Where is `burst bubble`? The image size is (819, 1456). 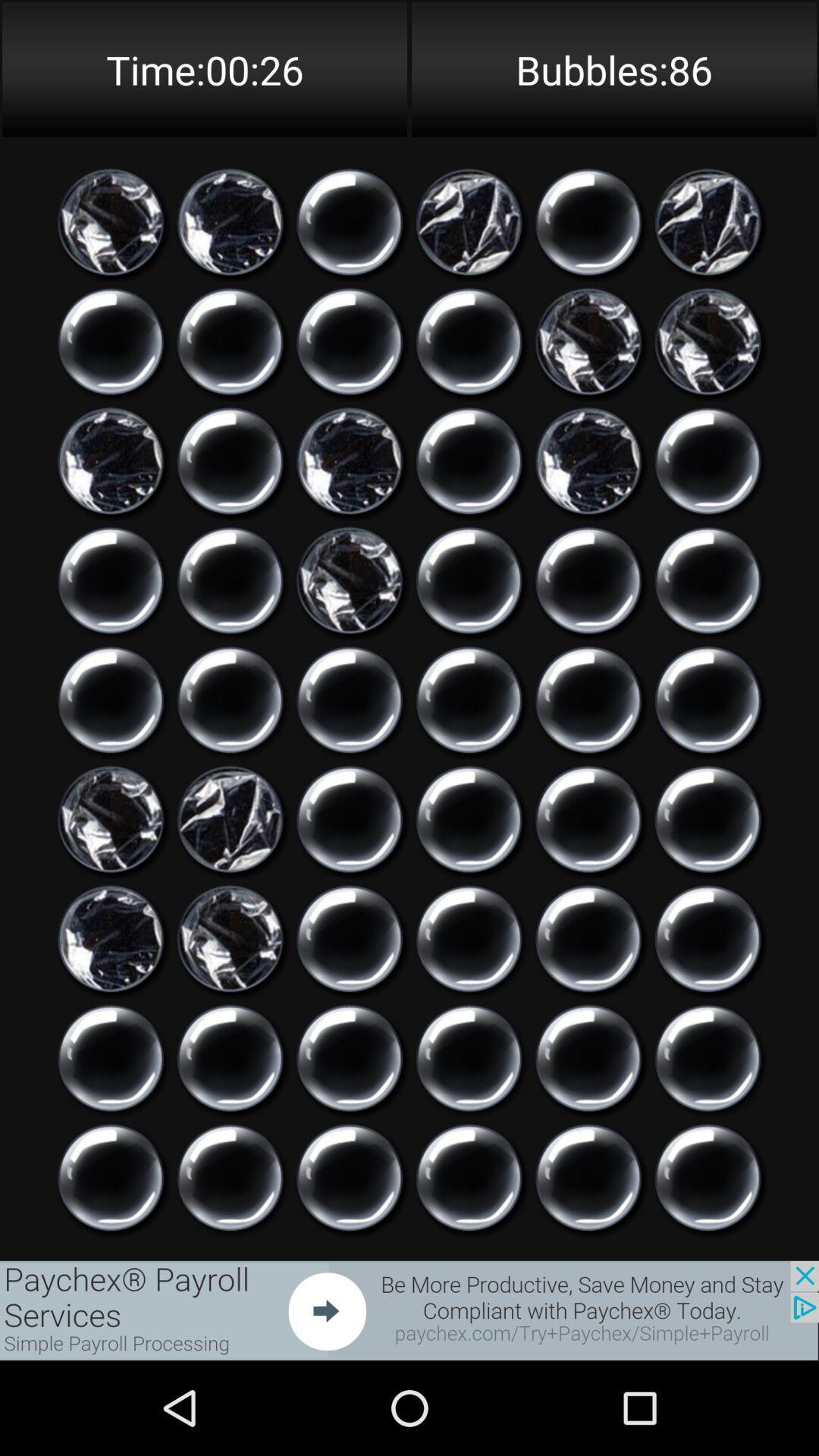
burst bubble is located at coordinates (588, 818).